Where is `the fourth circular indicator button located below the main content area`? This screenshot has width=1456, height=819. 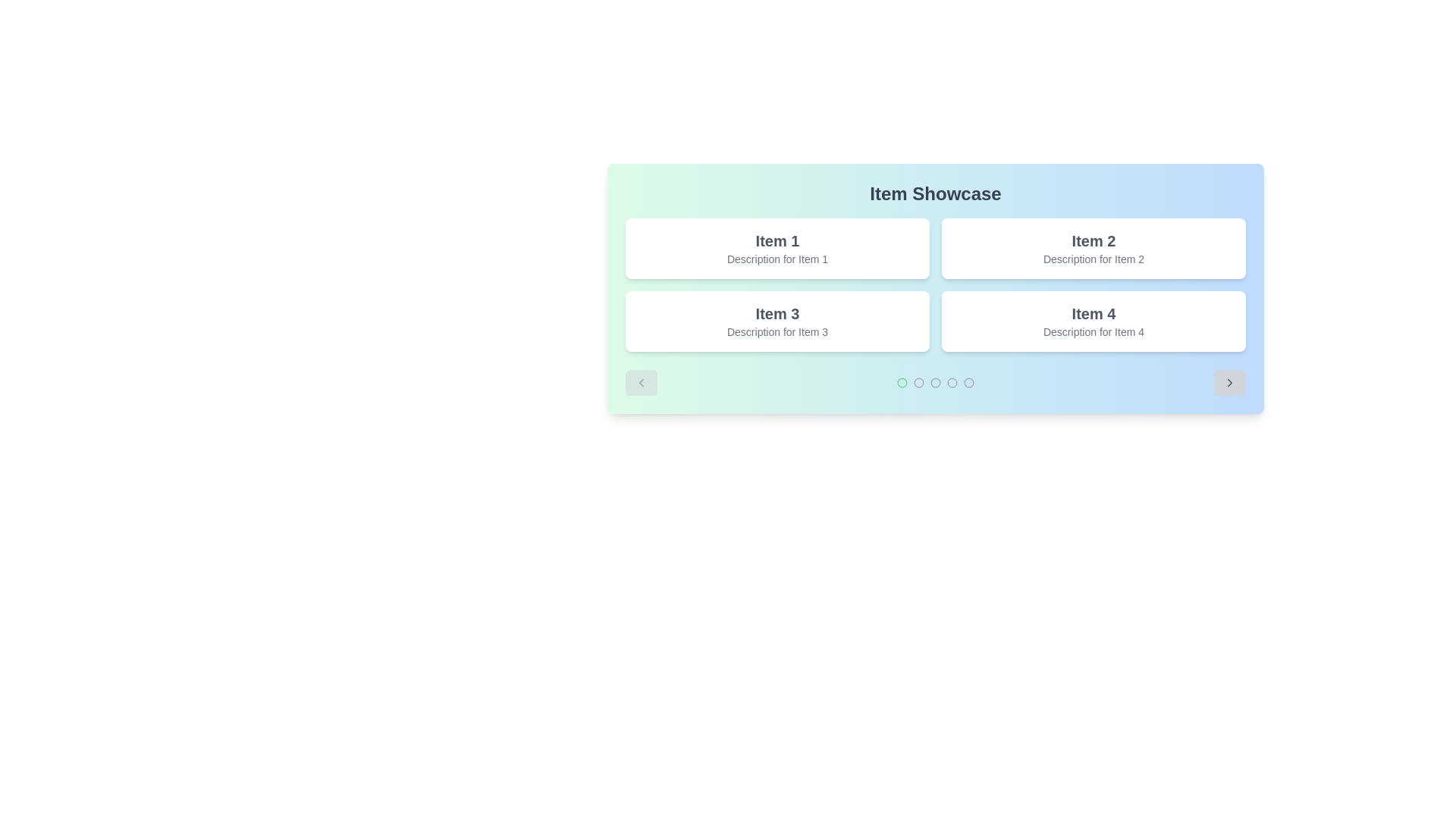 the fourth circular indicator button located below the main content area is located at coordinates (968, 382).